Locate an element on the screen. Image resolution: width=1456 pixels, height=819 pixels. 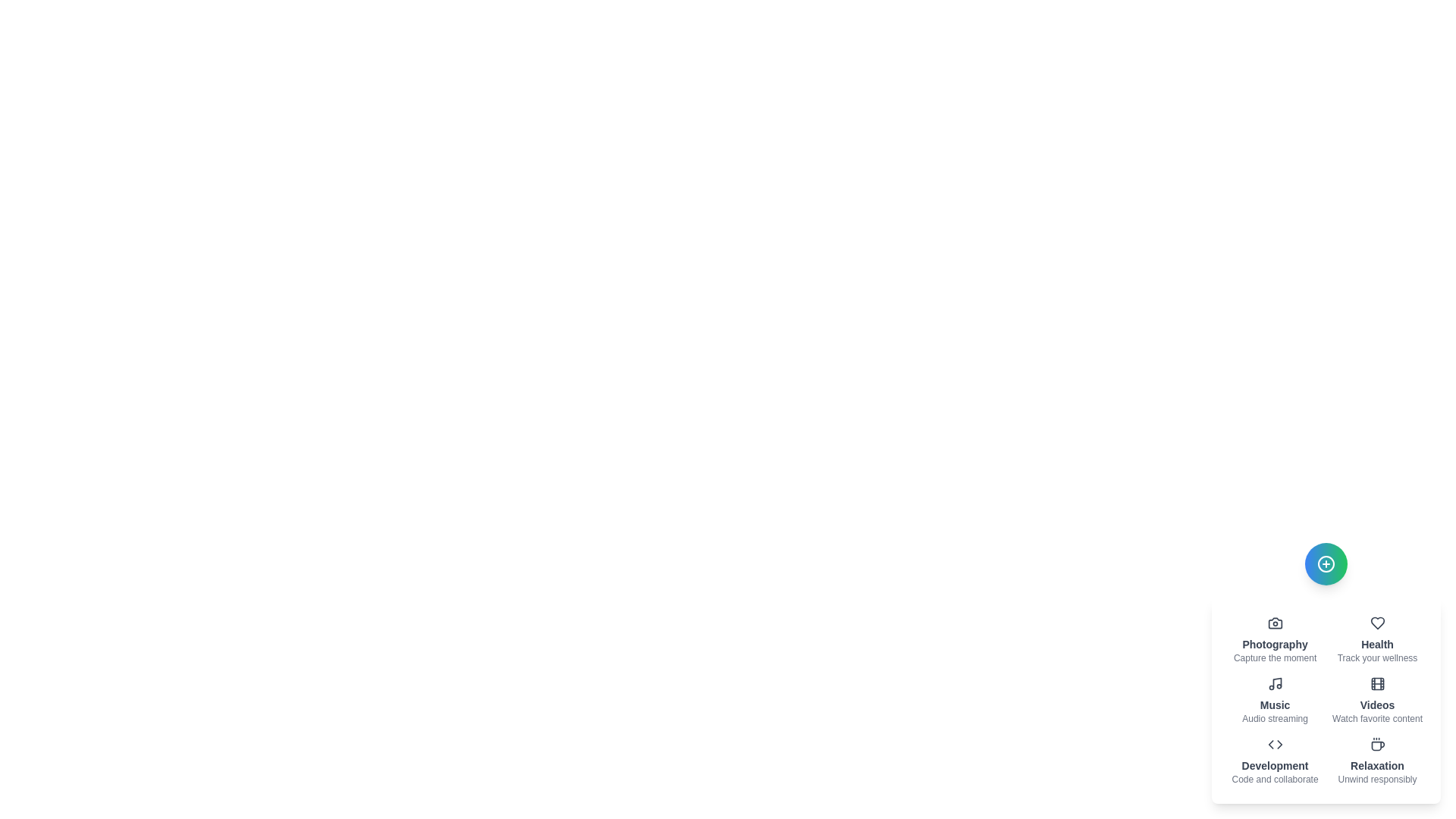
the item labeled 'Relaxation' to observe its hover effect is located at coordinates (1377, 761).